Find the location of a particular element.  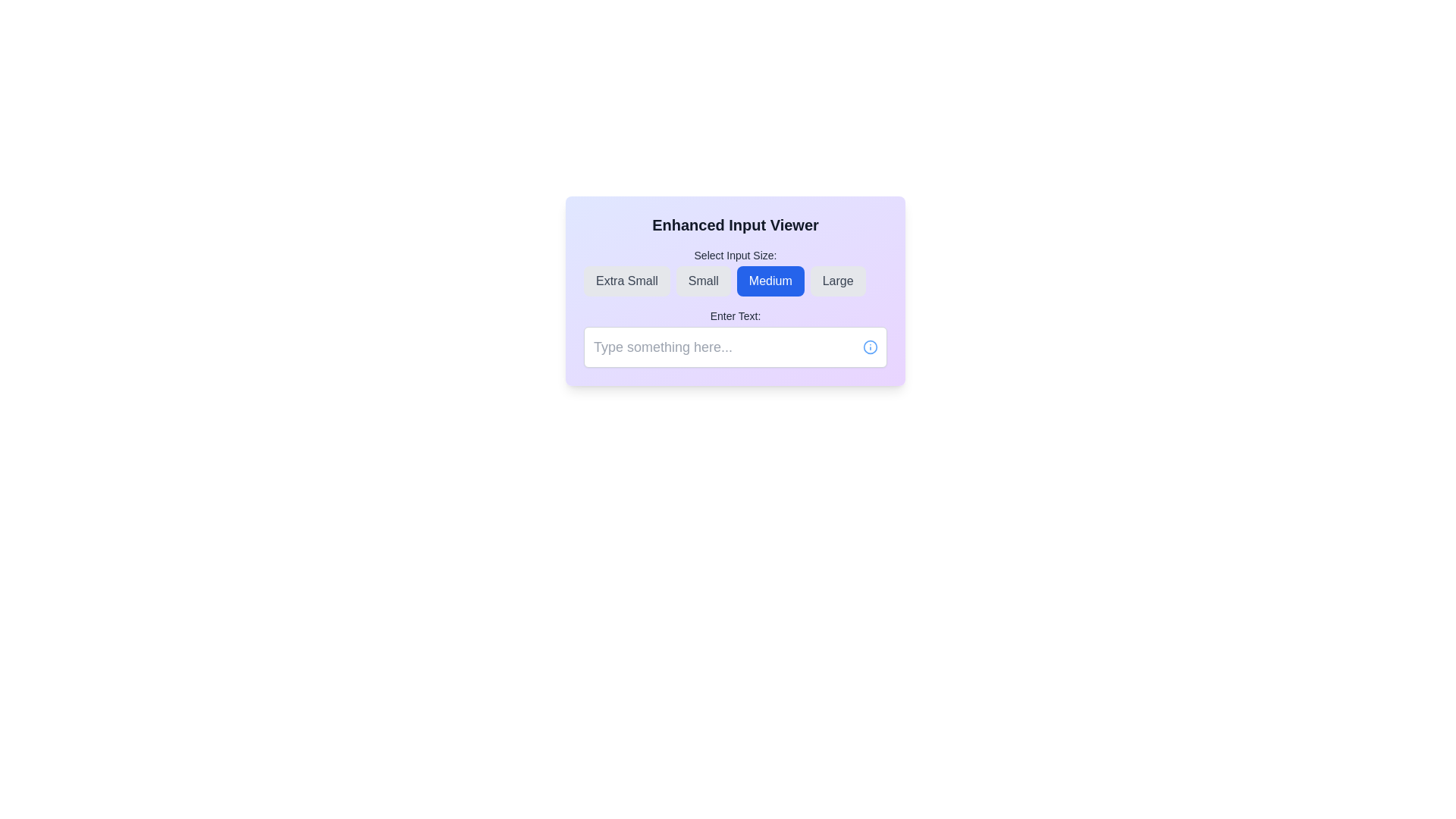

the 'Medium' button, which is the third button in a group of four is located at coordinates (770, 281).